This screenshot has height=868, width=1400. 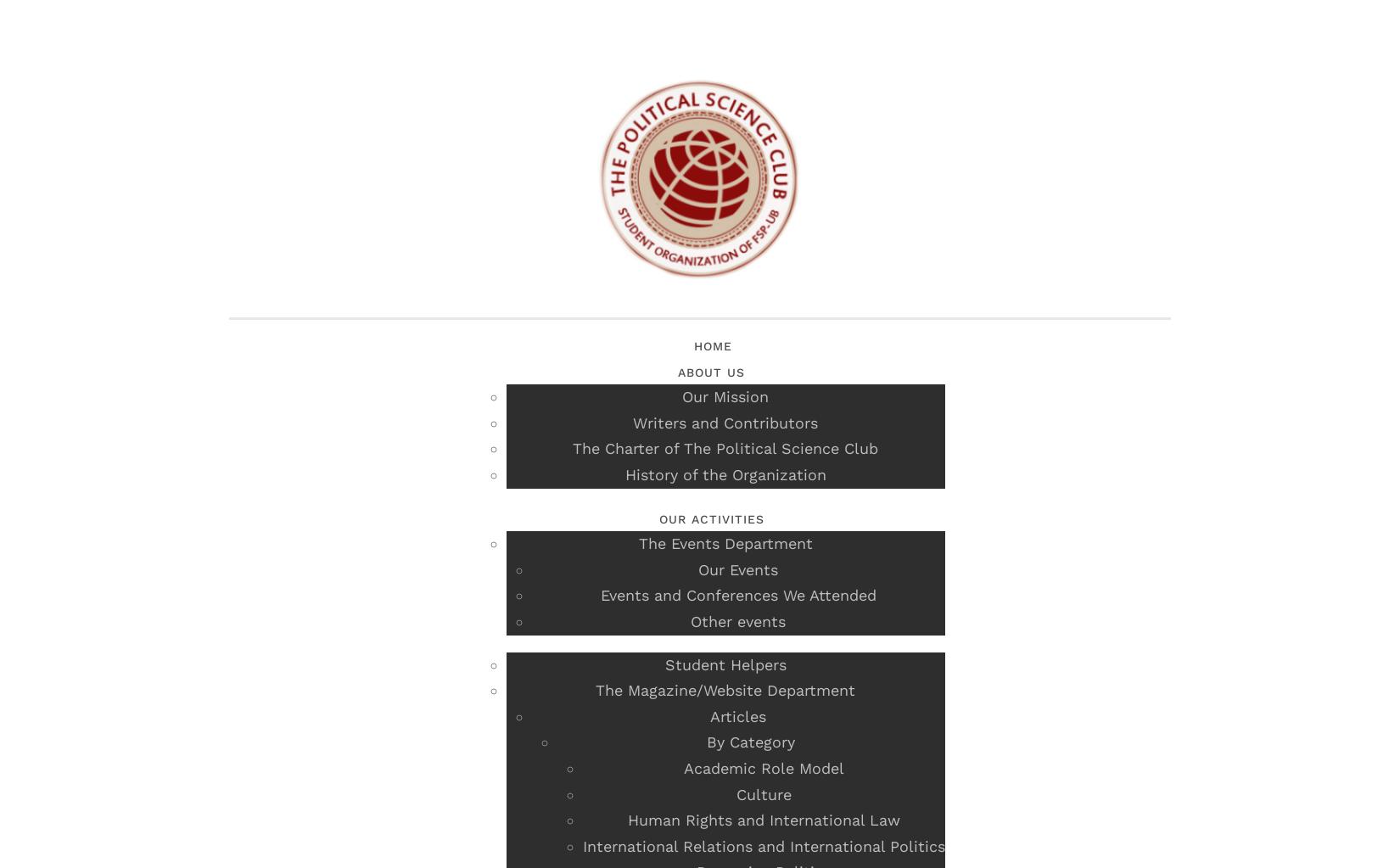 I want to click on 'Other events', so click(x=738, y=620).